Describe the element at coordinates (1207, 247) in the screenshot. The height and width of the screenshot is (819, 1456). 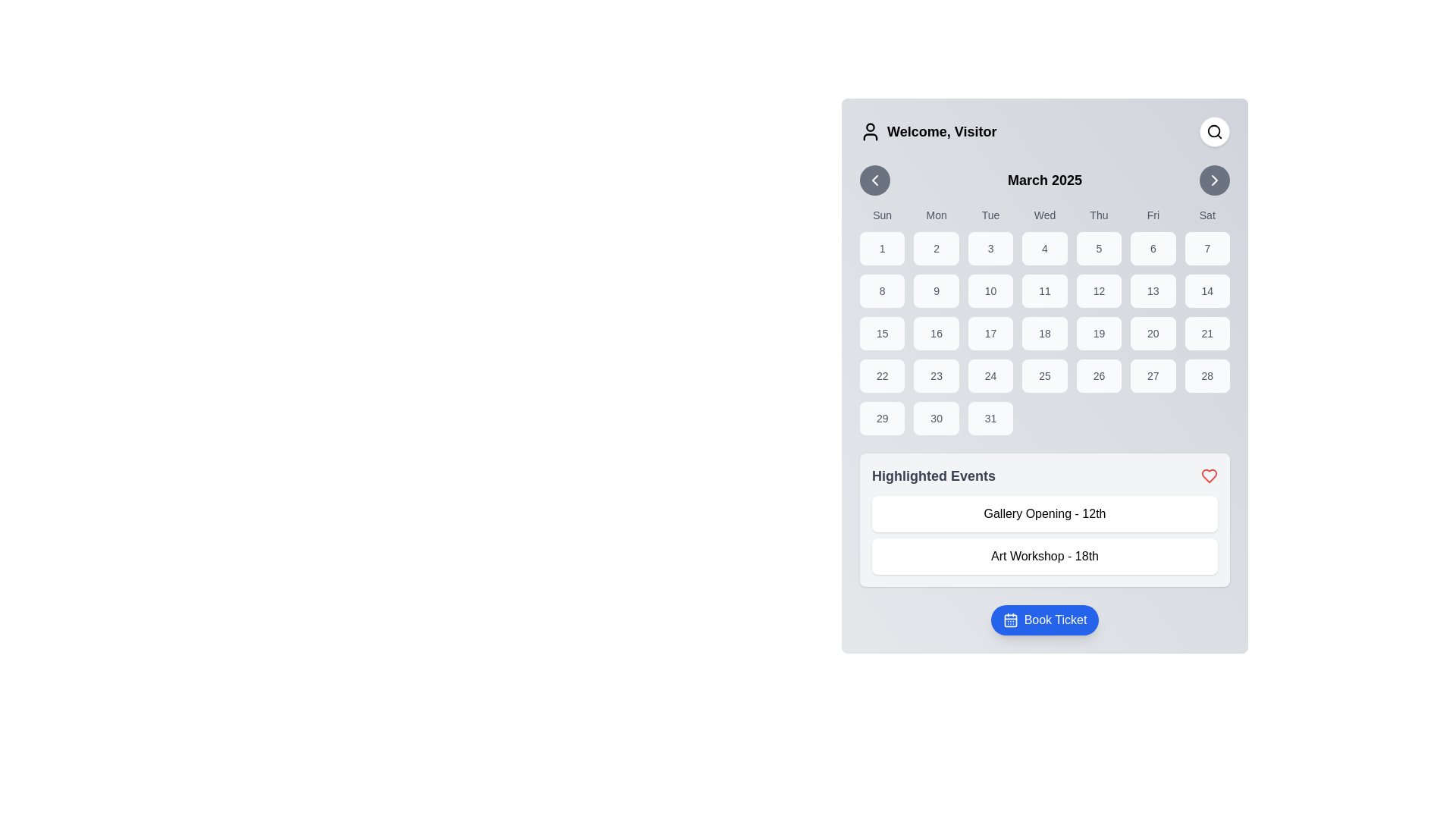
I see `the Text Display representing the date '7' in the Interactive Calendar Cell, located in the first row of the calendar grid` at that location.